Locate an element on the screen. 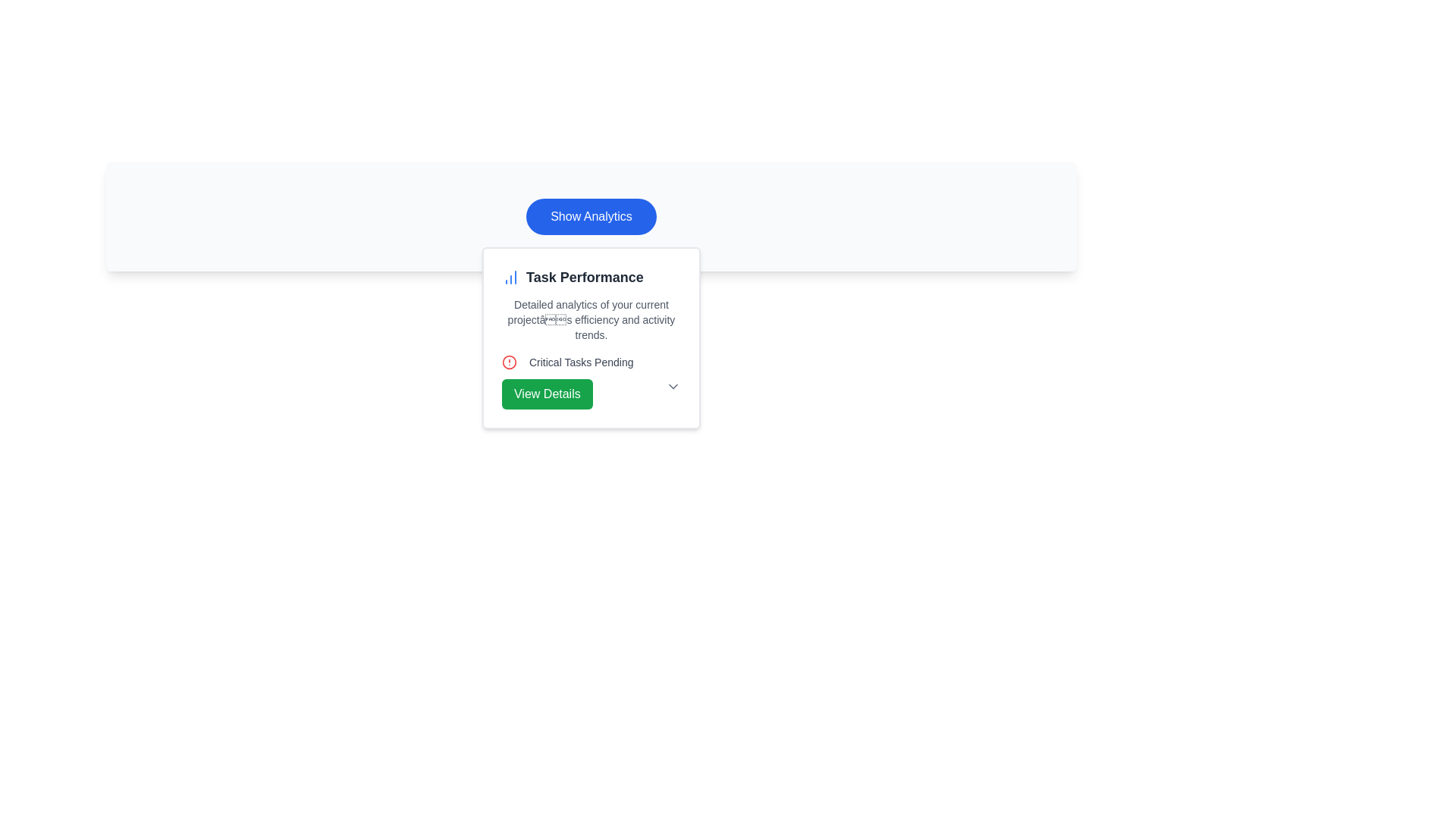 This screenshot has height=819, width=1456. text content displayed in the Text Display element located under the 'Task Performance' heading and above 'Critical Tasks Pending' is located at coordinates (590, 318).